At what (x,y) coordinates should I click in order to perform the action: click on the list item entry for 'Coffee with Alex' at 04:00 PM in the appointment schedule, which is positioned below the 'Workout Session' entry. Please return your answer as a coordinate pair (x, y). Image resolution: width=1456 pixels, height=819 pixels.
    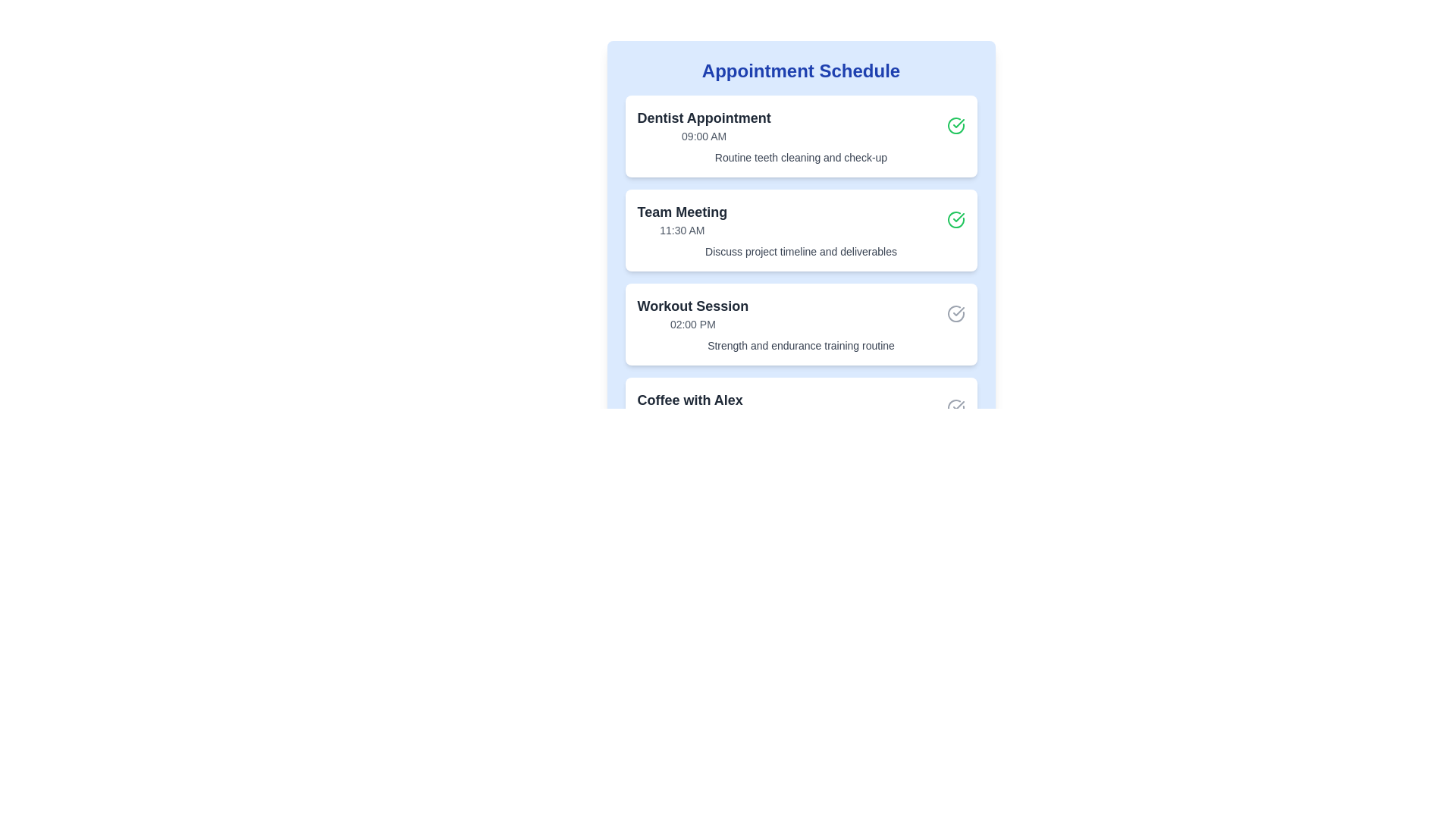
    Looking at the image, I should click on (689, 406).